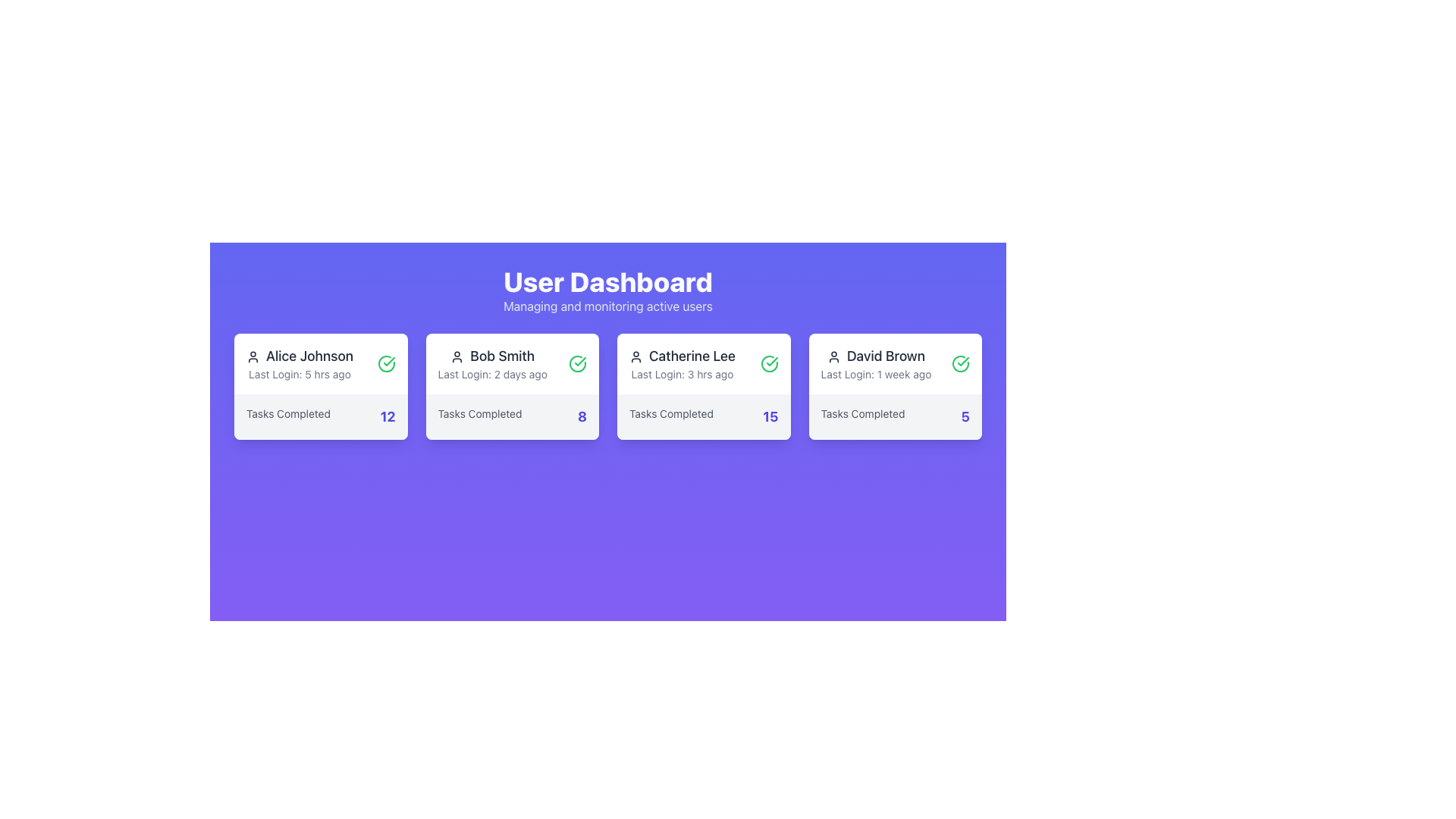 This screenshot has width=1456, height=819. What do you see at coordinates (288, 417) in the screenshot?
I see `'Tasks Completed' label, which is a small, gray textual label located at the bottom of the leftmost user information card in the dashboard interface` at bounding box center [288, 417].